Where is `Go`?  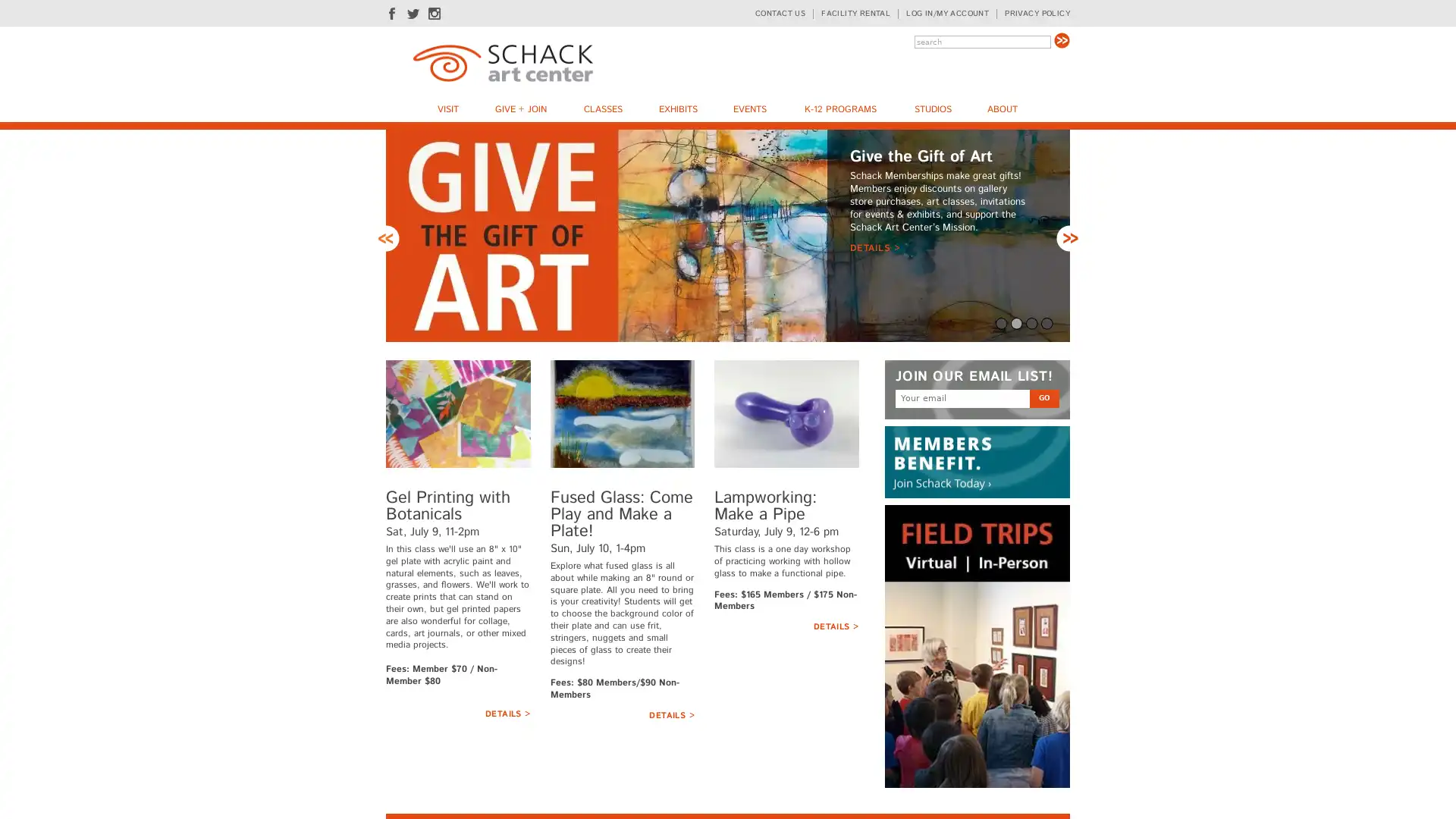 Go is located at coordinates (1043, 507).